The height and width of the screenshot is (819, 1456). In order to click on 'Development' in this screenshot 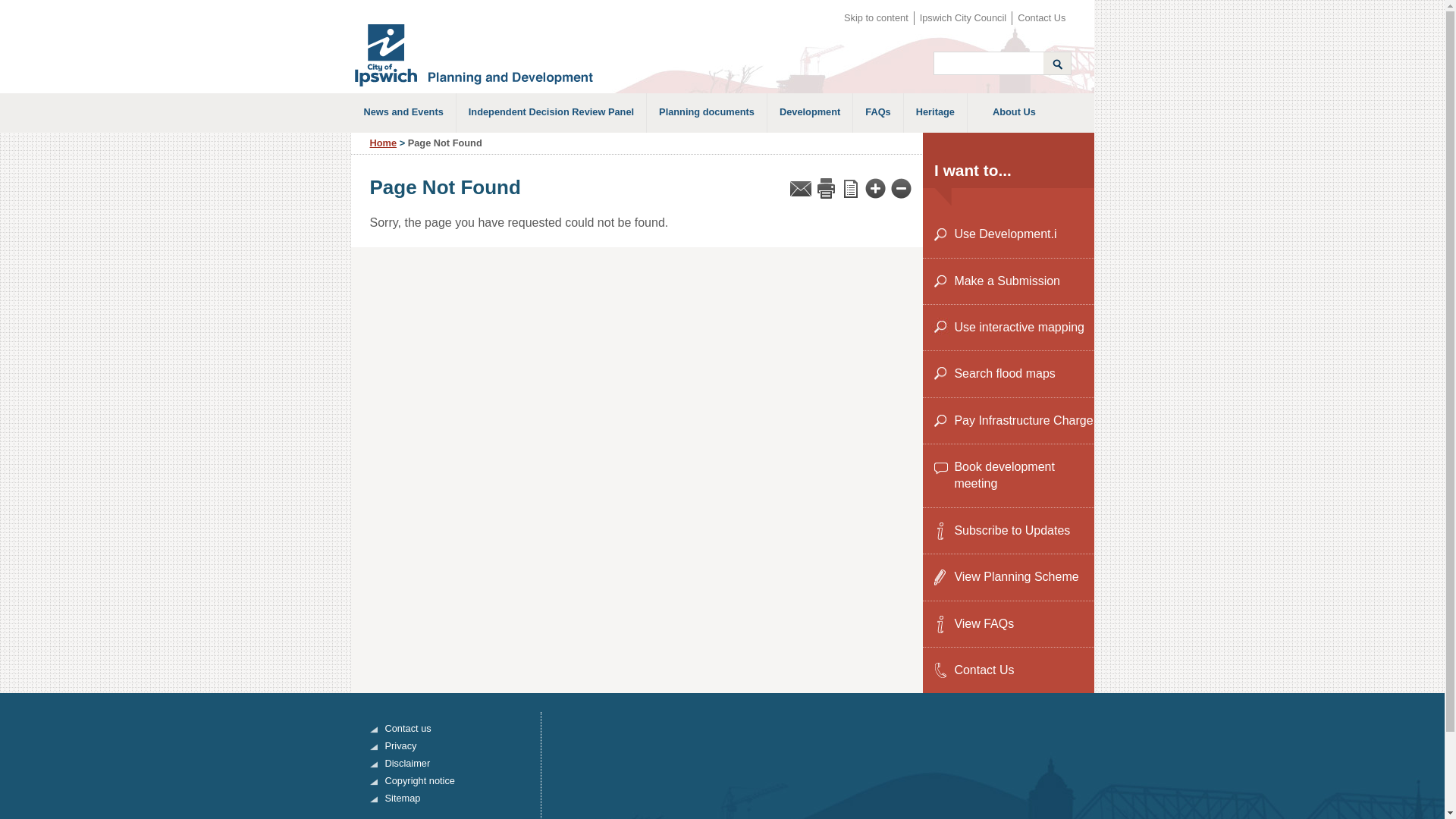, I will do `click(809, 112)`.